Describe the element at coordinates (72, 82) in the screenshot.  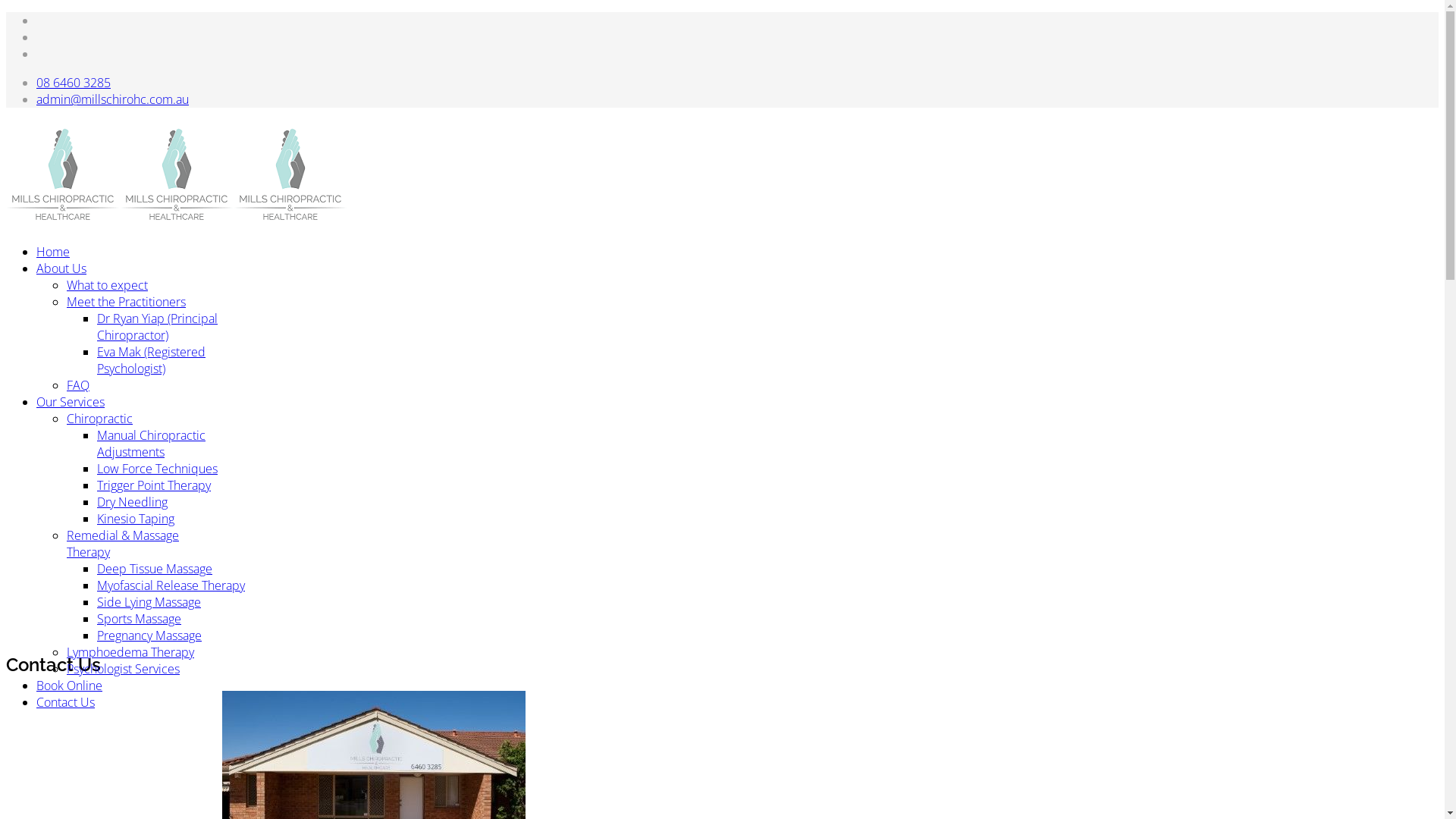
I see `'08 6460 3285'` at that location.